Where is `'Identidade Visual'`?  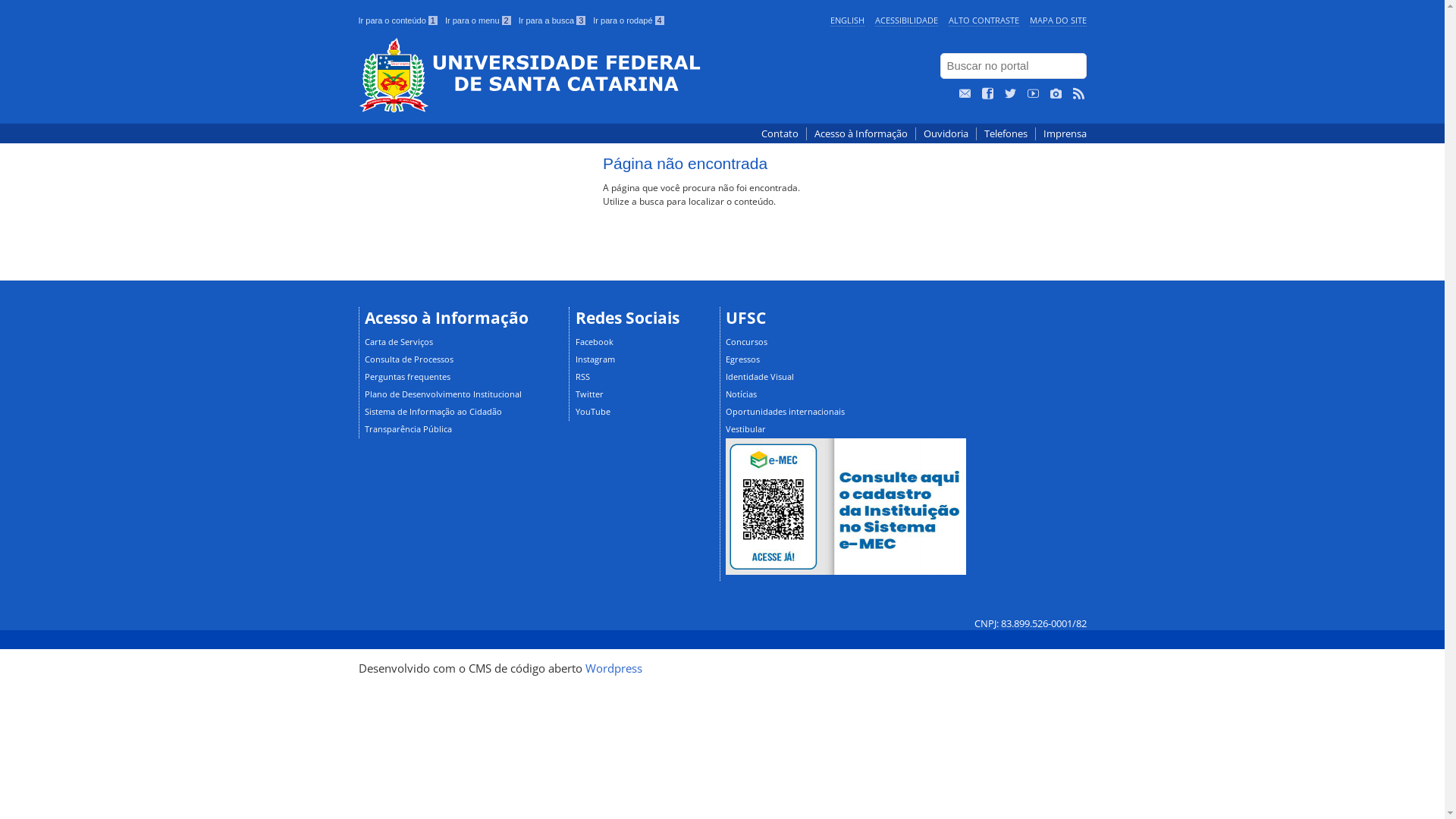 'Identidade Visual' is located at coordinates (724, 375).